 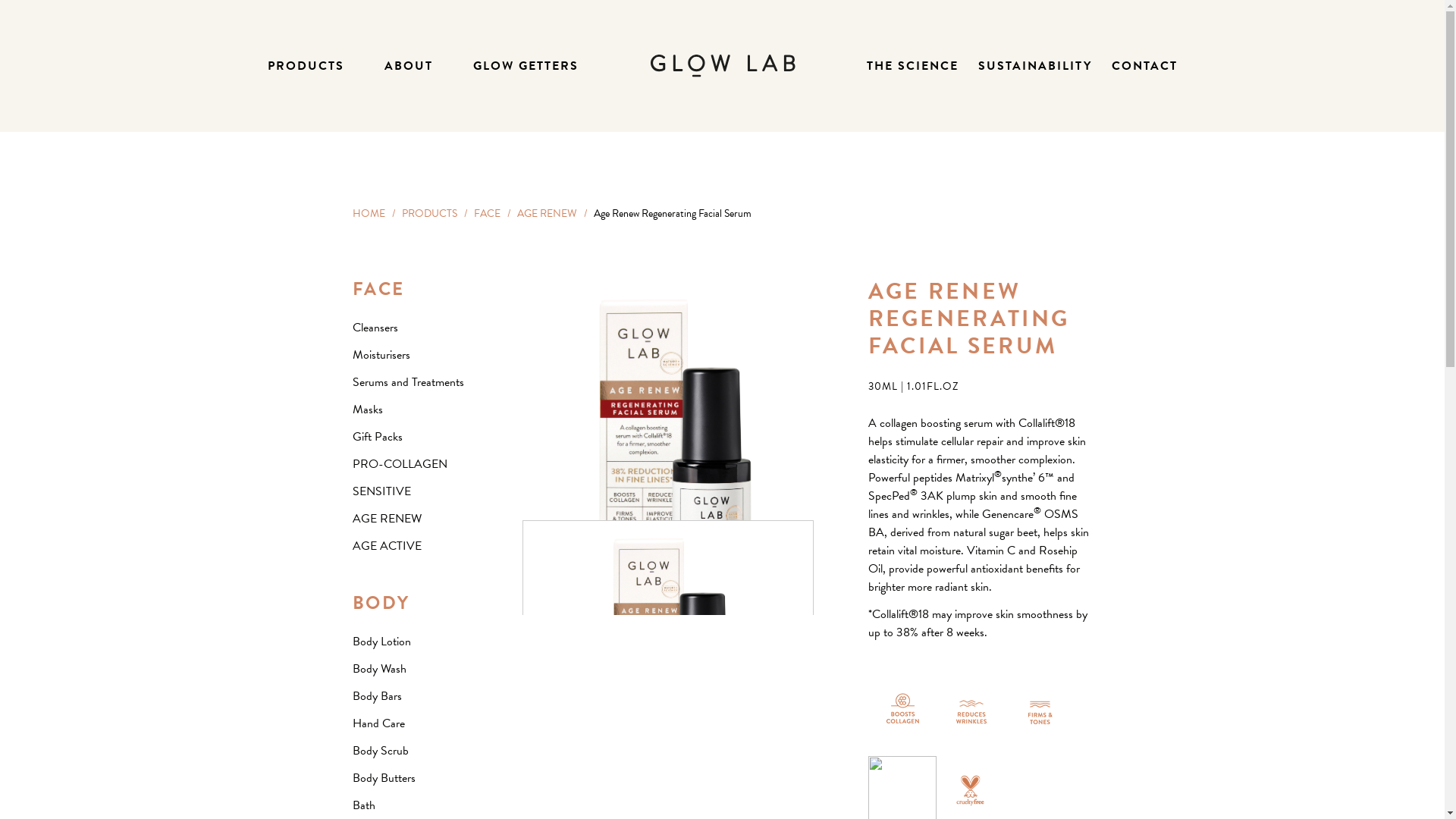 I want to click on 'BODY', so click(x=381, y=601).